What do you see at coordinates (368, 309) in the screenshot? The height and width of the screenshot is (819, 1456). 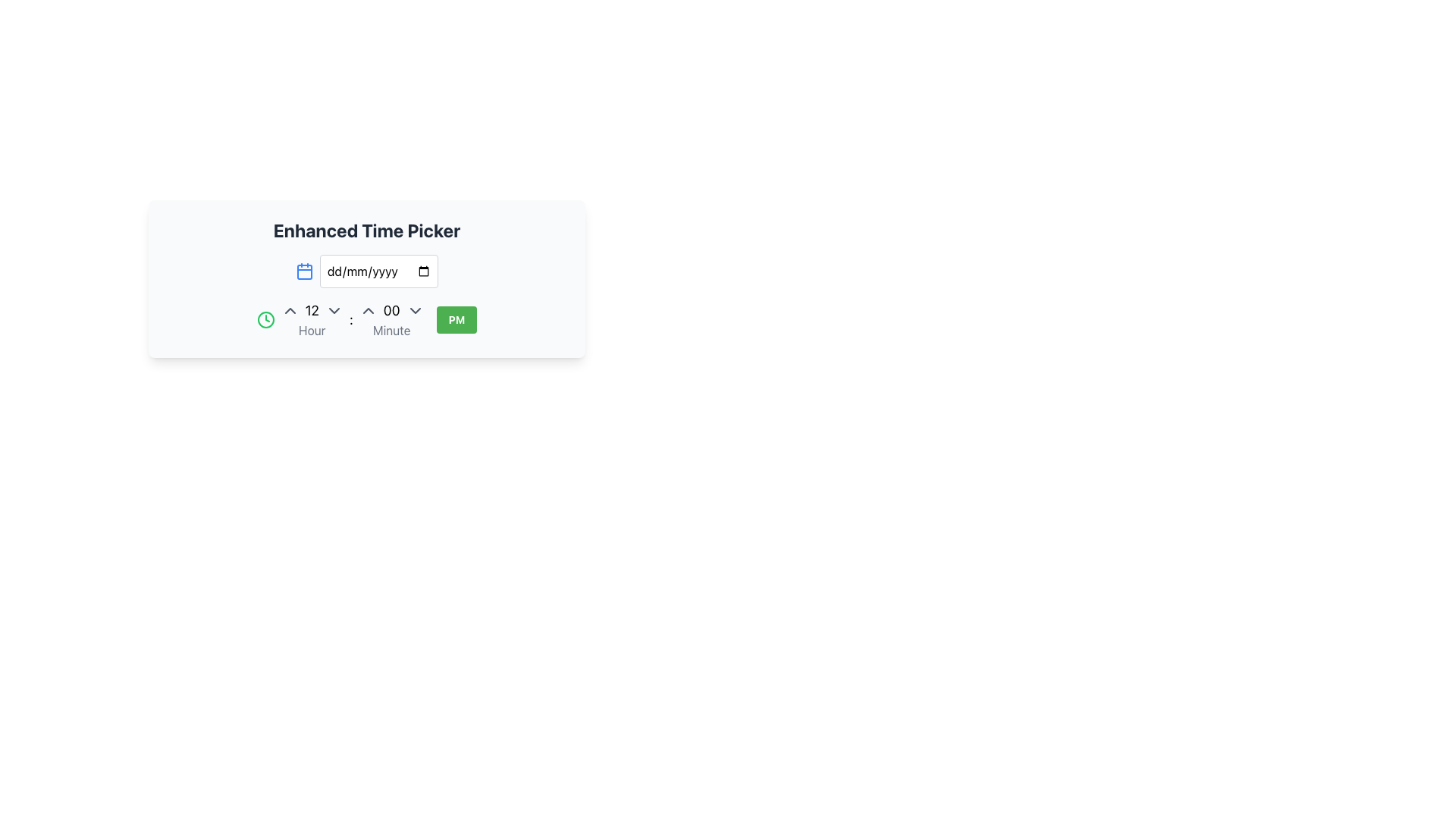 I see `the upward-pointing chevron icon styled in dark gray, located immediately to the left of the minute value '00'` at bounding box center [368, 309].